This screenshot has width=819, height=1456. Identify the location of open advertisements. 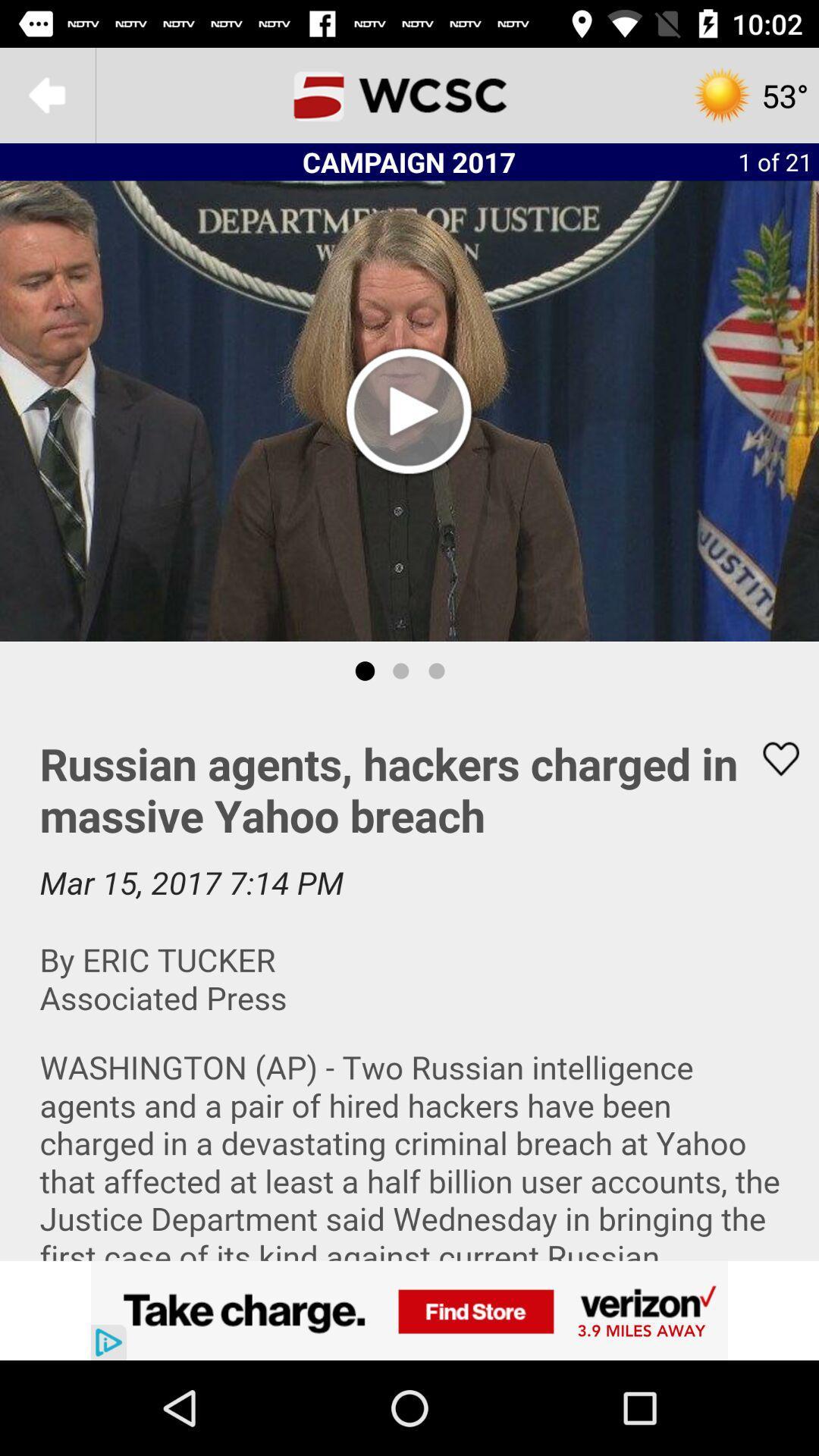
(409, 1310).